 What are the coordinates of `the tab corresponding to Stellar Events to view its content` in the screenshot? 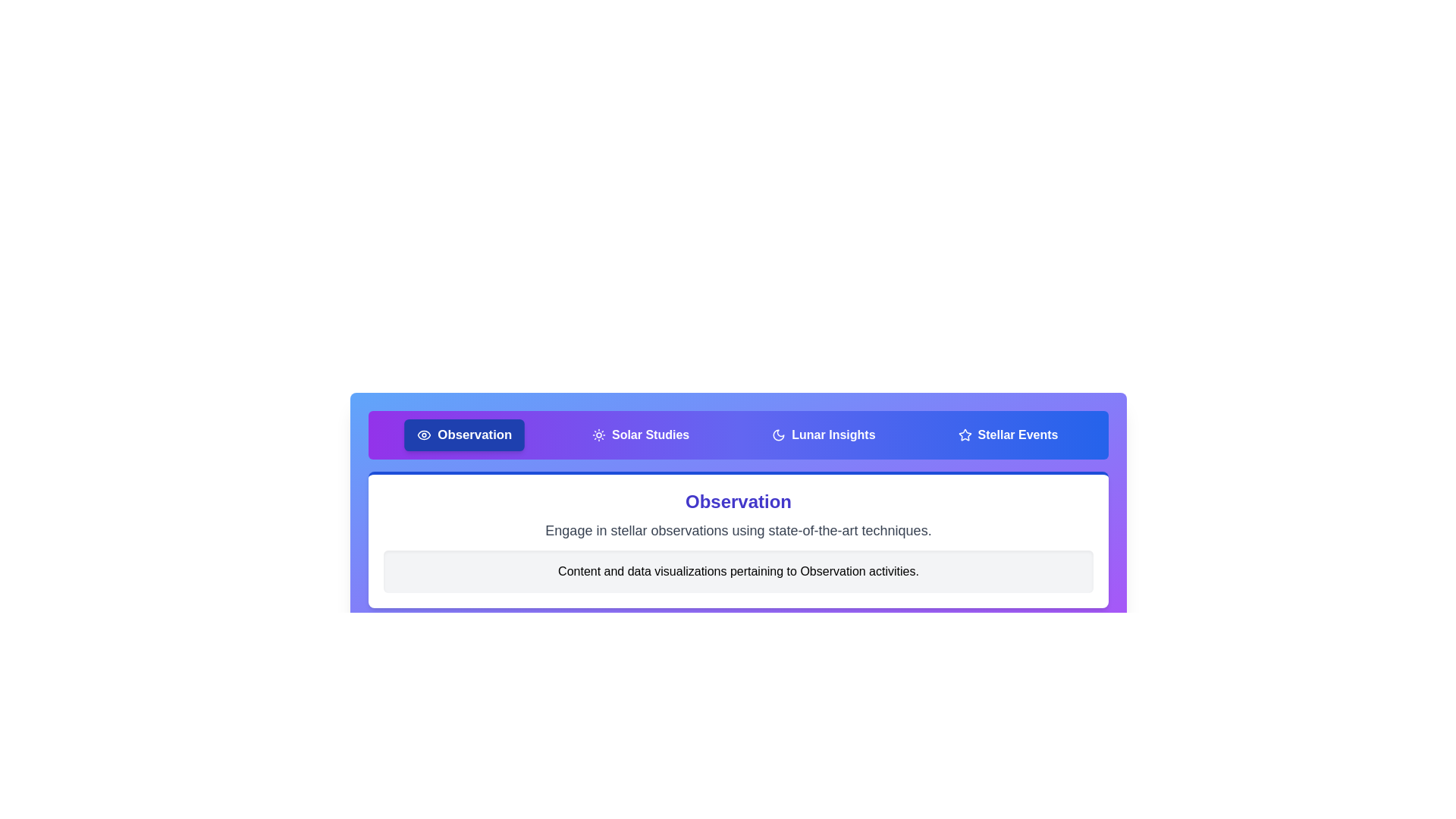 It's located at (1008, 435).